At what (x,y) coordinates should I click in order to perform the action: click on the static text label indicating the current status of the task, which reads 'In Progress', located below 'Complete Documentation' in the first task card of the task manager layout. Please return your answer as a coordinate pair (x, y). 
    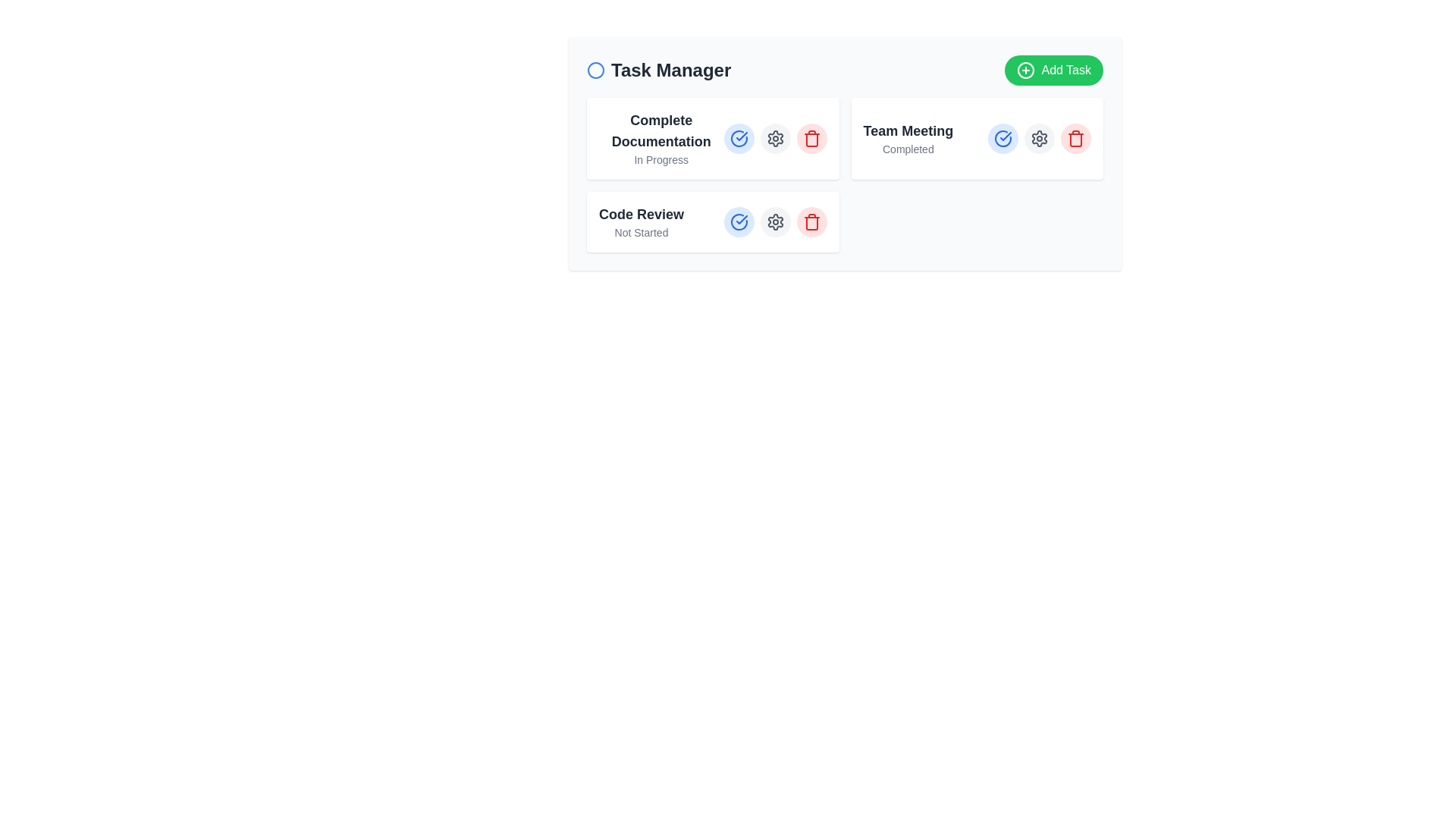
    Looking at the image, I should click on (661, 160).